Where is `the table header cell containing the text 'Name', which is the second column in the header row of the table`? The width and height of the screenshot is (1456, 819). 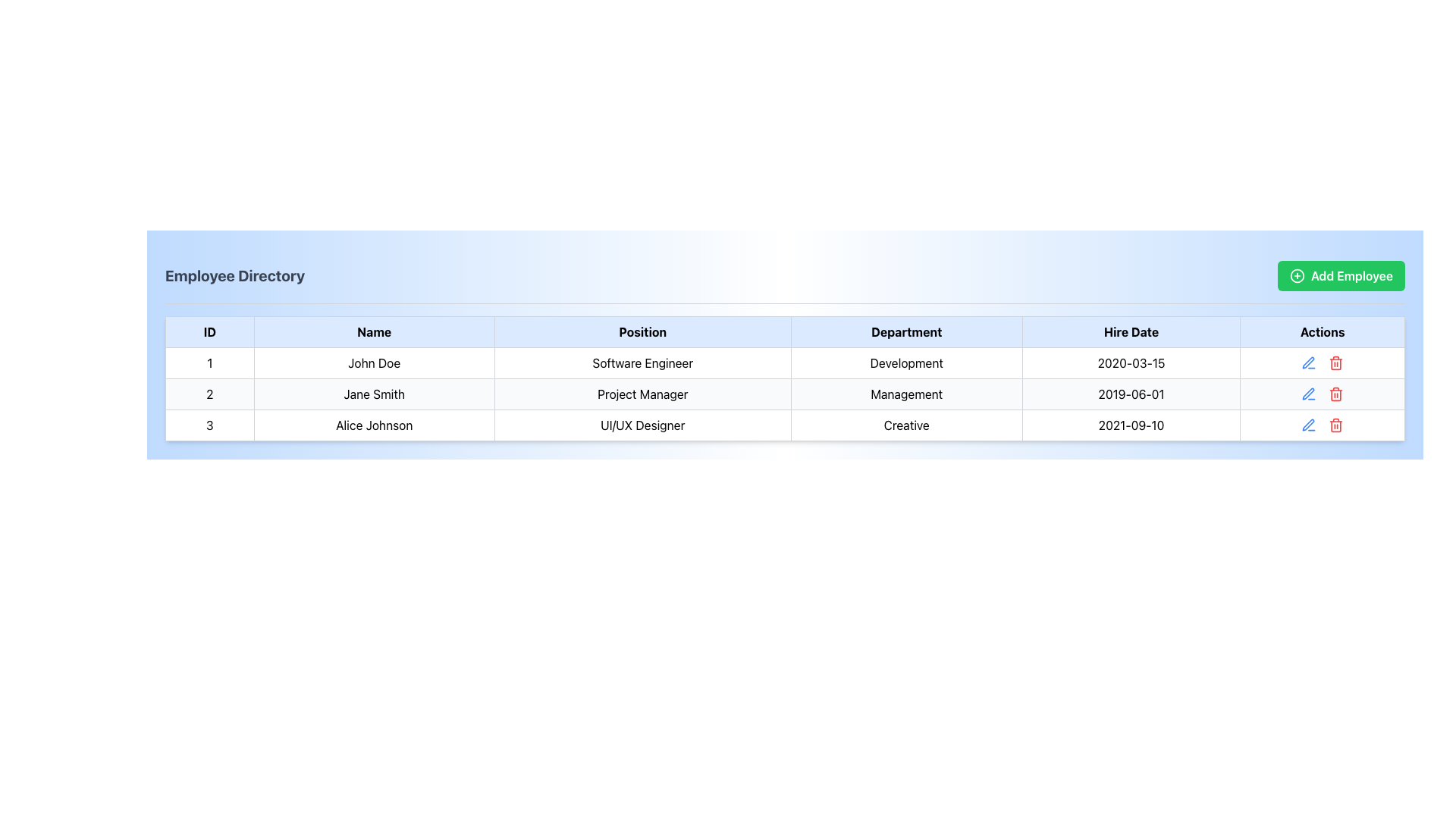 the table header cell containing the text 'Name', which is the second column in the header row of the table is located at coordinates (374, 331).